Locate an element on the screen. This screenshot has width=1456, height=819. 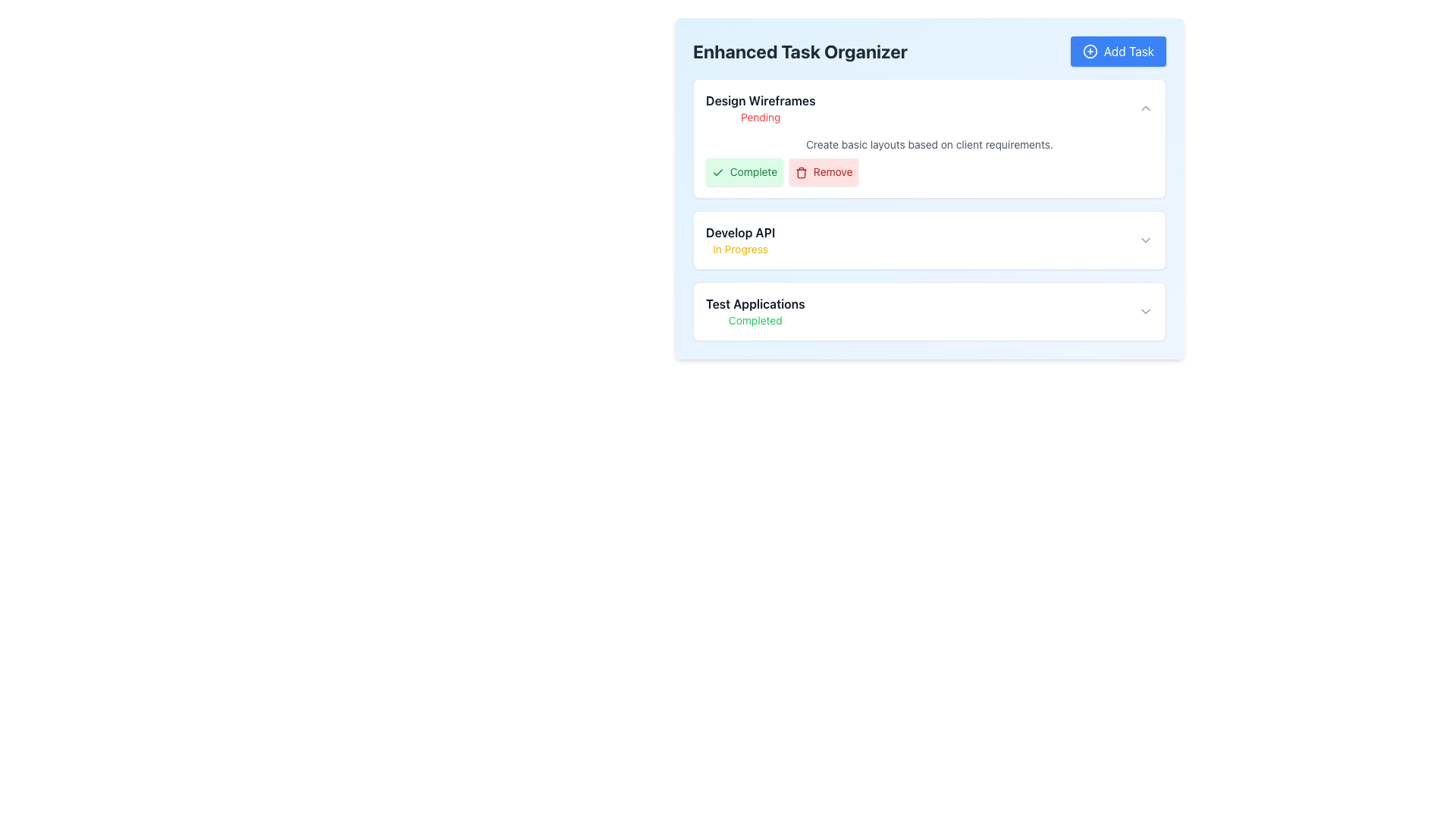
the status of the task named 'Develop API' is located at coordinates (928, 239).